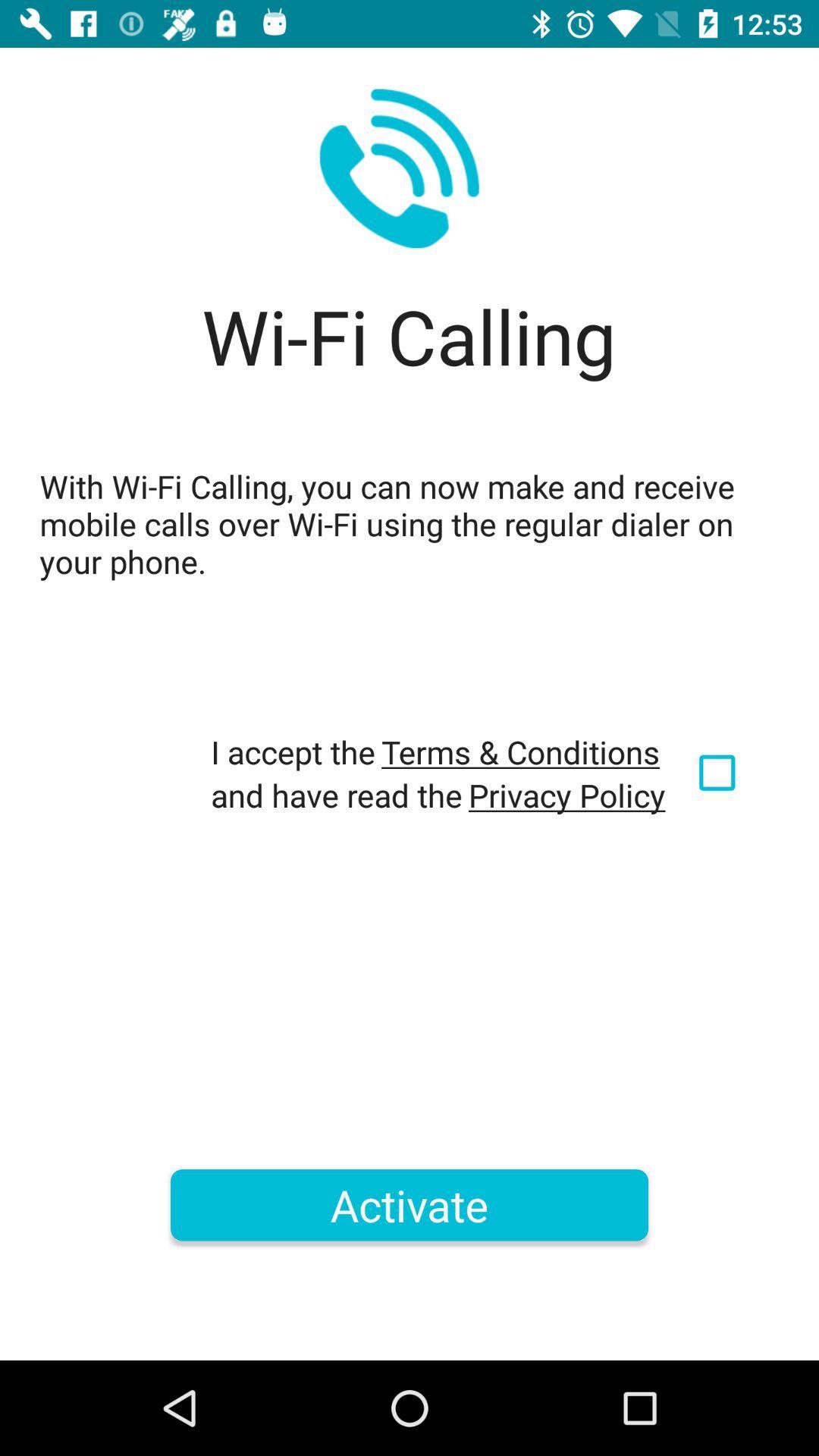 Image resolution: width=819 pixels, height=1456 pixels. Describe the element at coordinates (409, 1204) in the screenshot. I see `the icon below and have read` at that location.